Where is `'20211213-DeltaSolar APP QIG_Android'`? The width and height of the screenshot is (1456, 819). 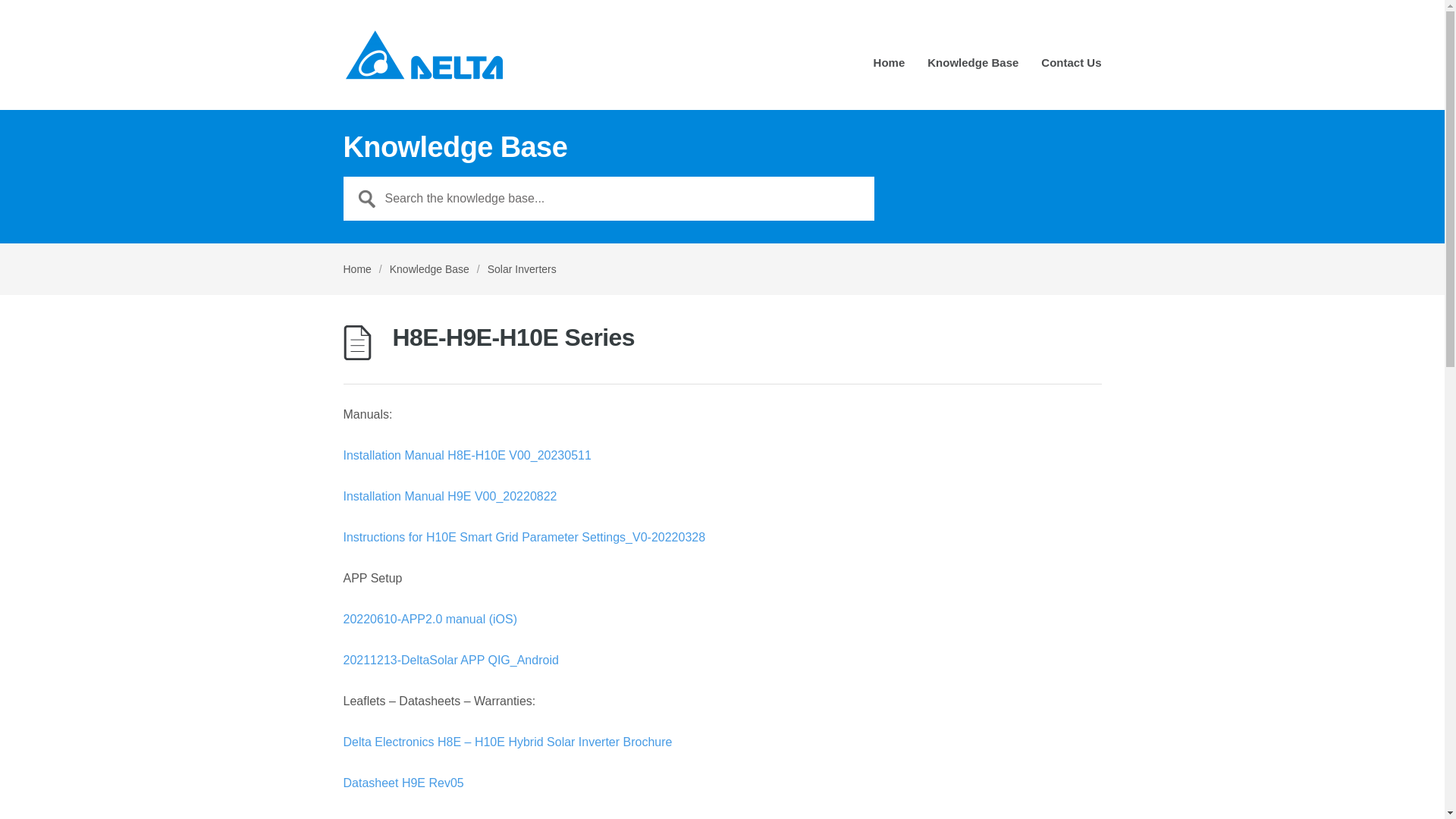
'20211213-DeltaSolar APP QIG_Android' is located at coordinates (450, 659).